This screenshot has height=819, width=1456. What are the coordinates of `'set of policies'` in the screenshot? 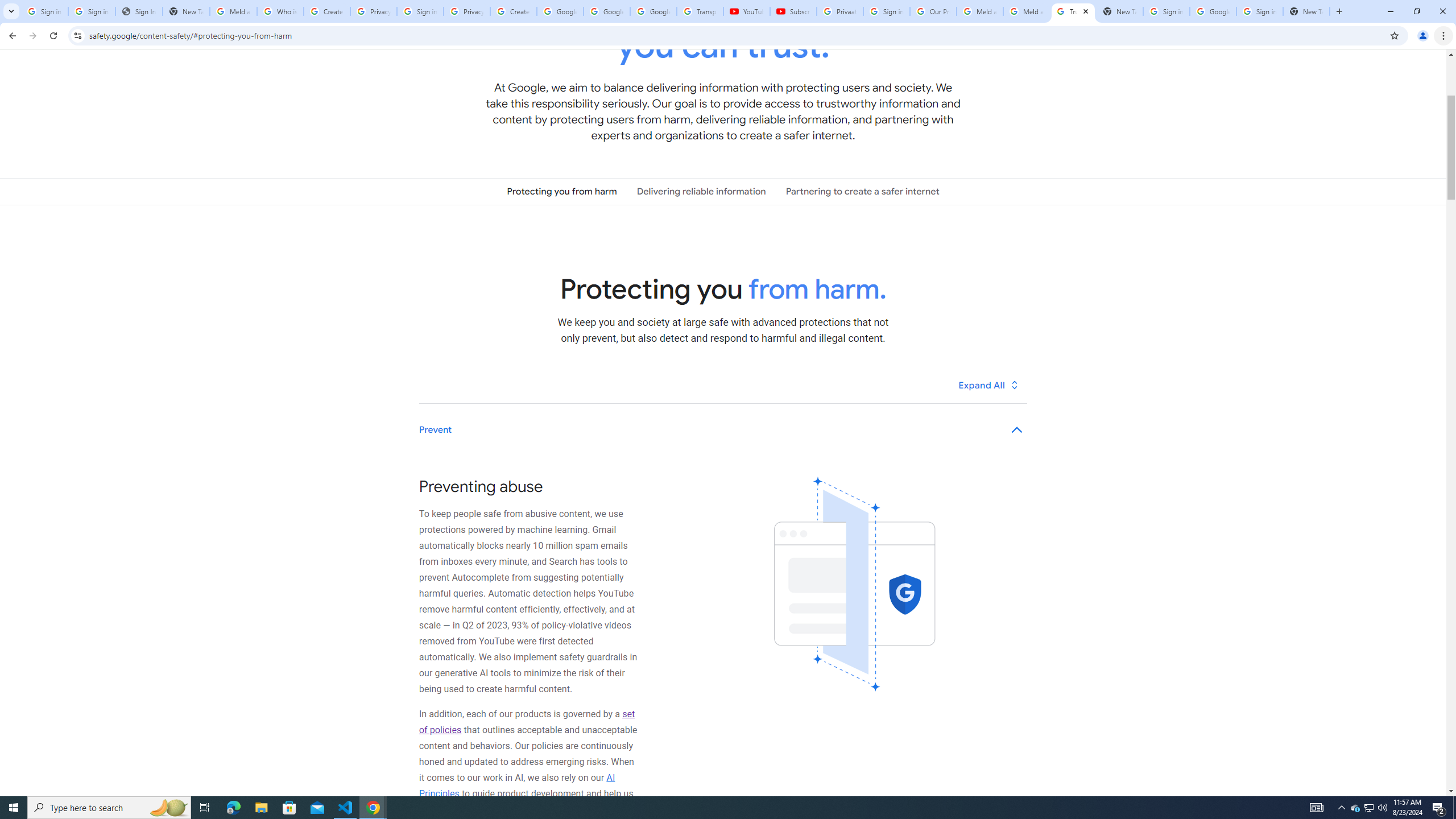 It's located at (526, 721).